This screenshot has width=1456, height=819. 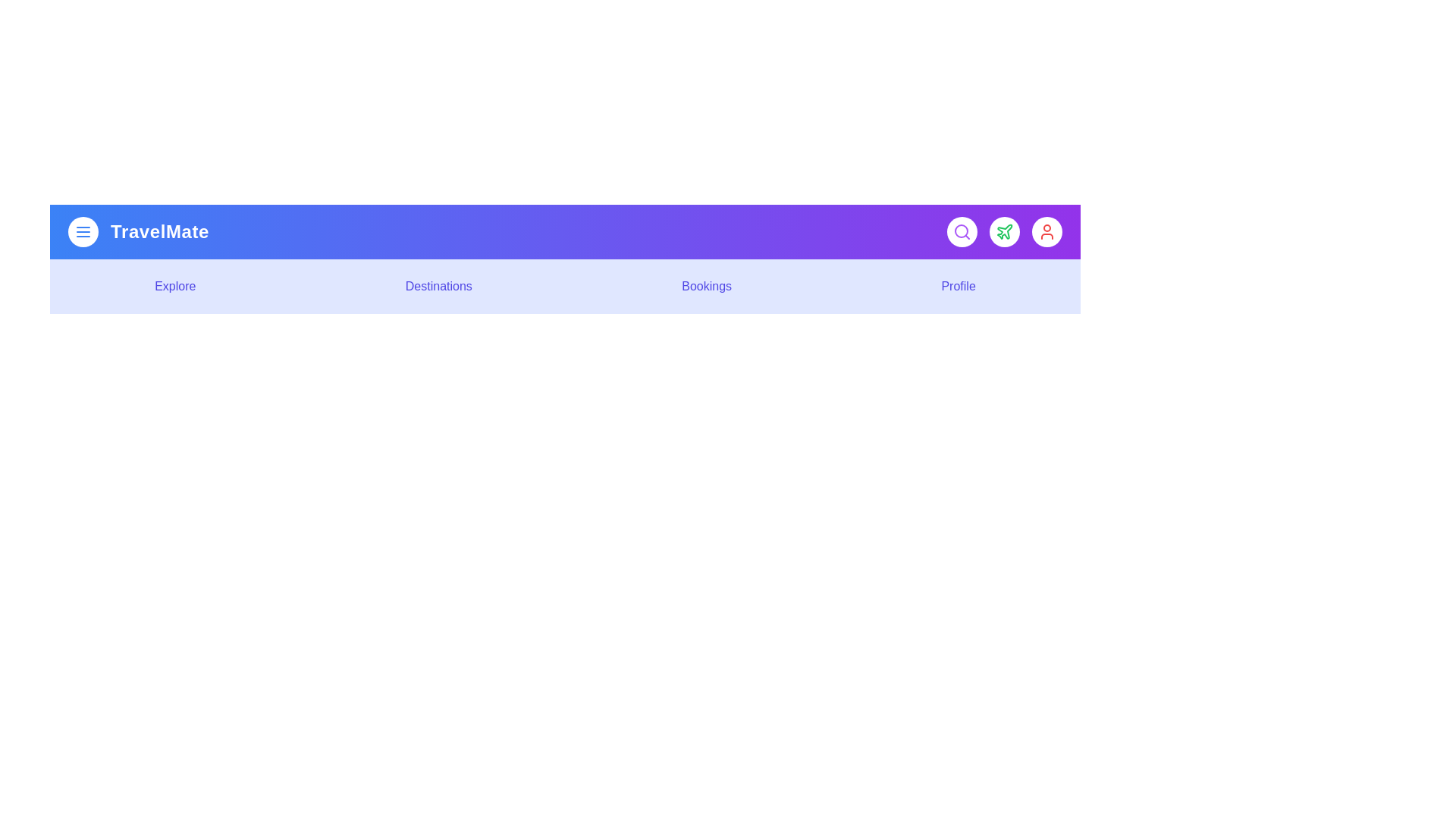 What do you see at coordinates (1046, 231) in the screenshot?
I see `the user button to access the user profile` at bounding box center [1046, 231].